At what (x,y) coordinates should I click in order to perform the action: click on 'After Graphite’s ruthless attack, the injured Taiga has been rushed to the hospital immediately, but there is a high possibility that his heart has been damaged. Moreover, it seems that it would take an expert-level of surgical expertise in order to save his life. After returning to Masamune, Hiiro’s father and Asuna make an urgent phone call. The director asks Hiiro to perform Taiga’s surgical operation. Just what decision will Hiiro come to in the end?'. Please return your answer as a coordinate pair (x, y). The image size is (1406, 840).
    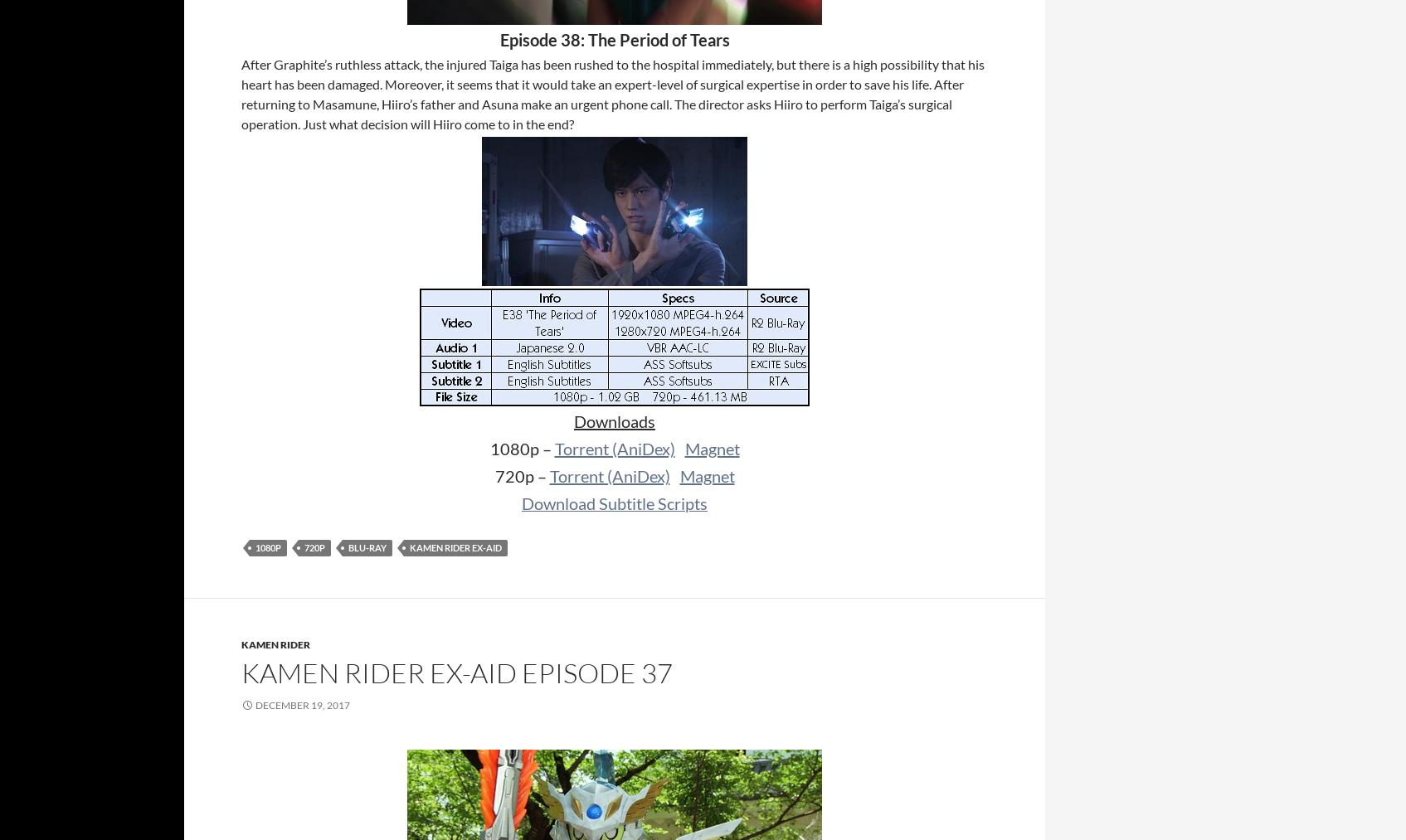
    Looking at the image, I should click on (612, 94).